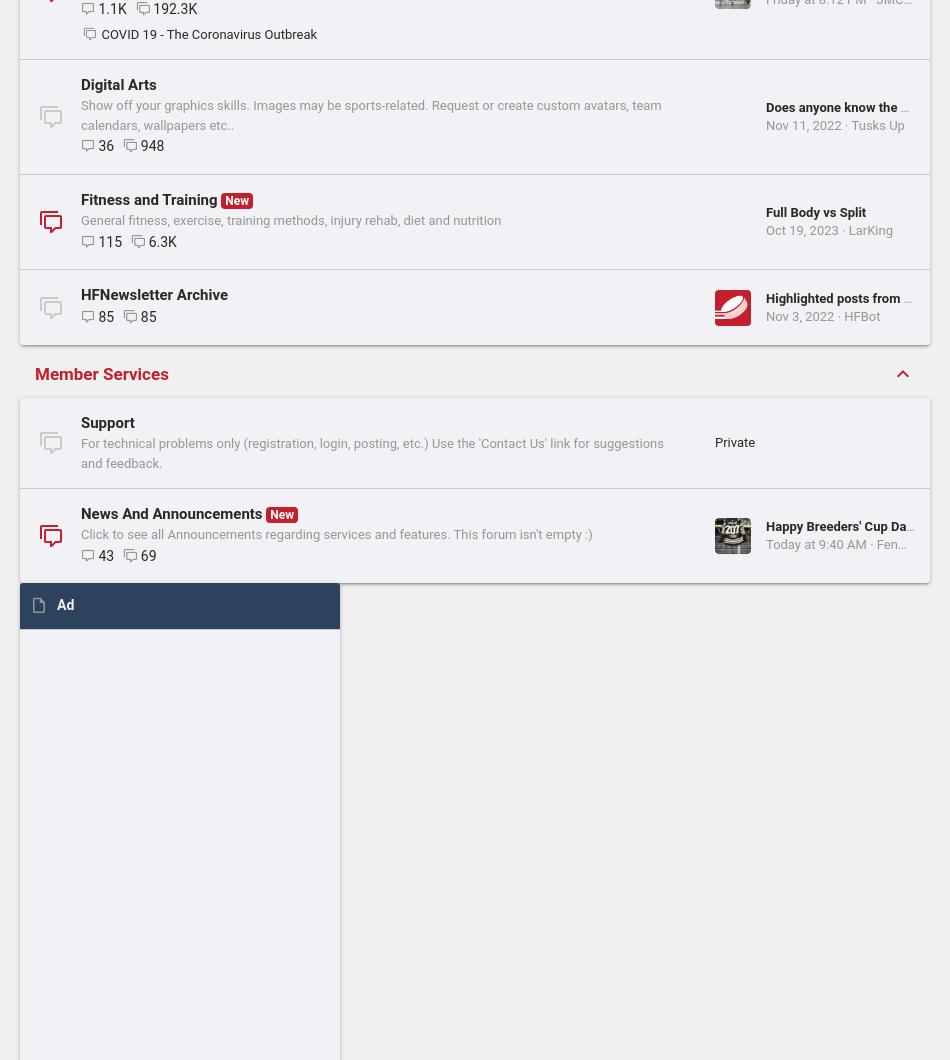 The height and width of the screenshot is (1060, 950). Describe the element at coordinates (143, 204) in the screenshot. I see `'Mixed Martial Arts'` at that location.